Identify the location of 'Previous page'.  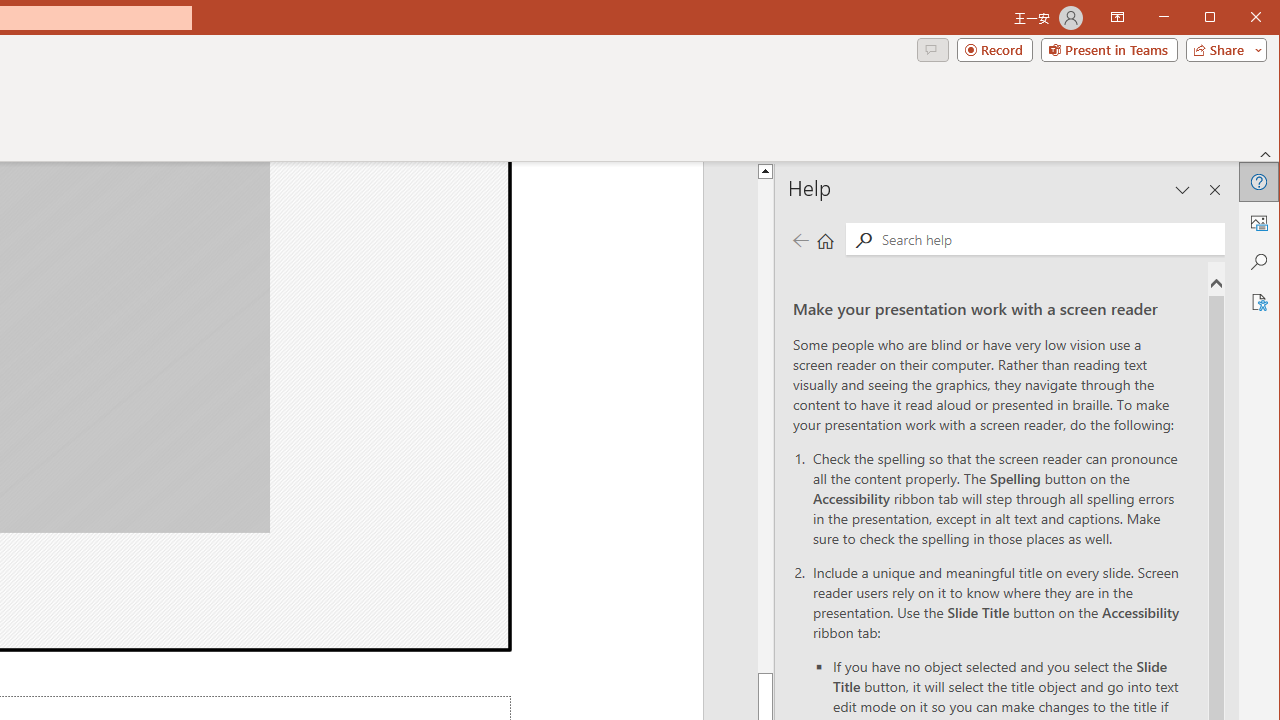
(800, 239).